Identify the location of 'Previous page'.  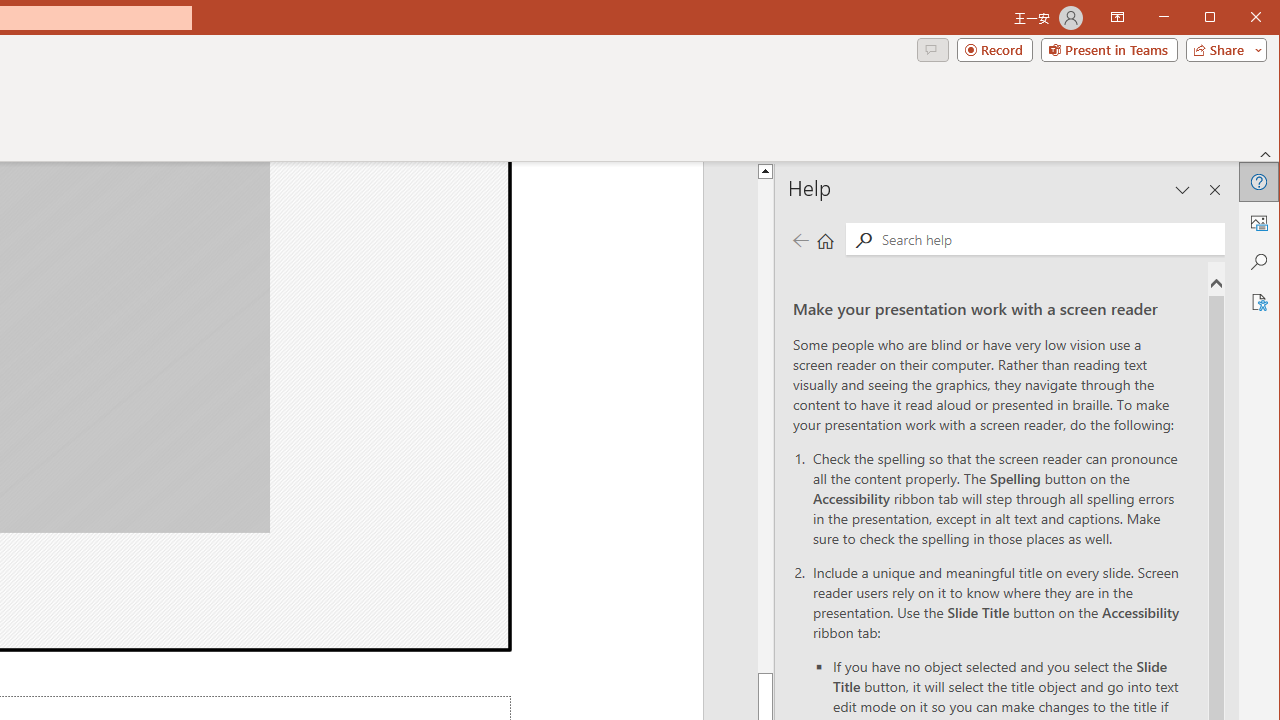
(800, 239).